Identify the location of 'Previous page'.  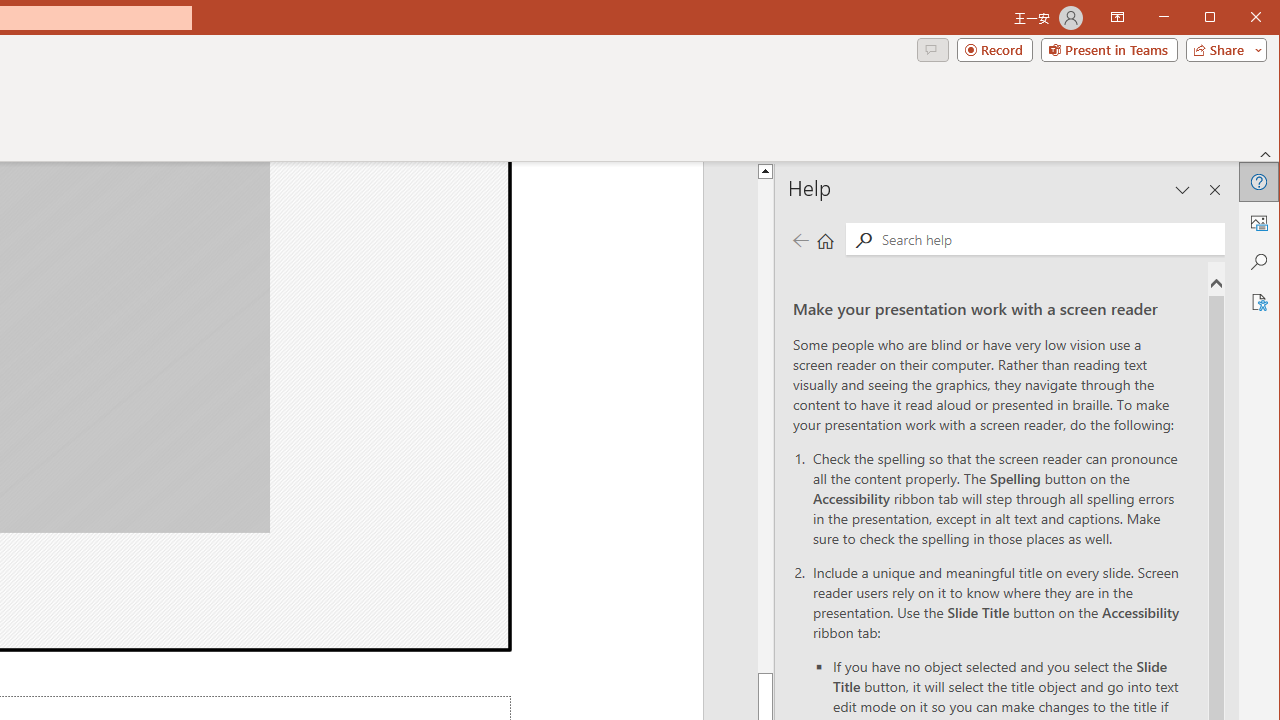
(800, 239).